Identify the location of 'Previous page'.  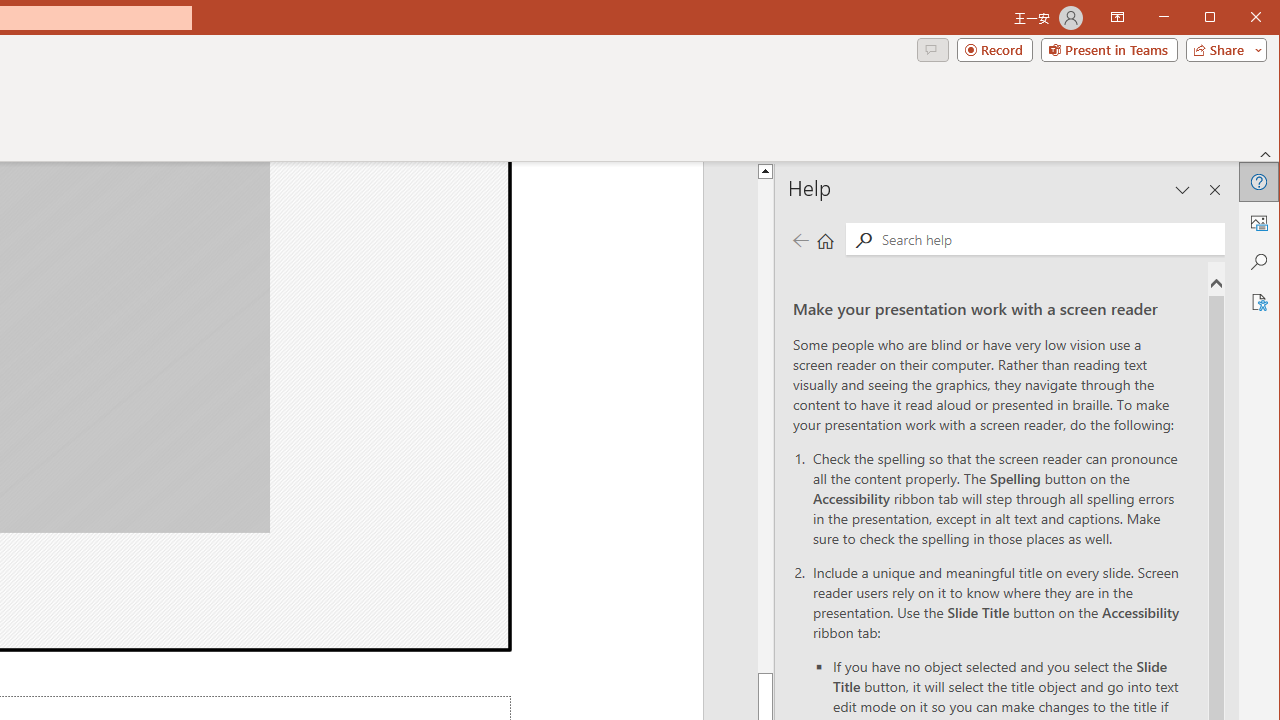
(800, 239).